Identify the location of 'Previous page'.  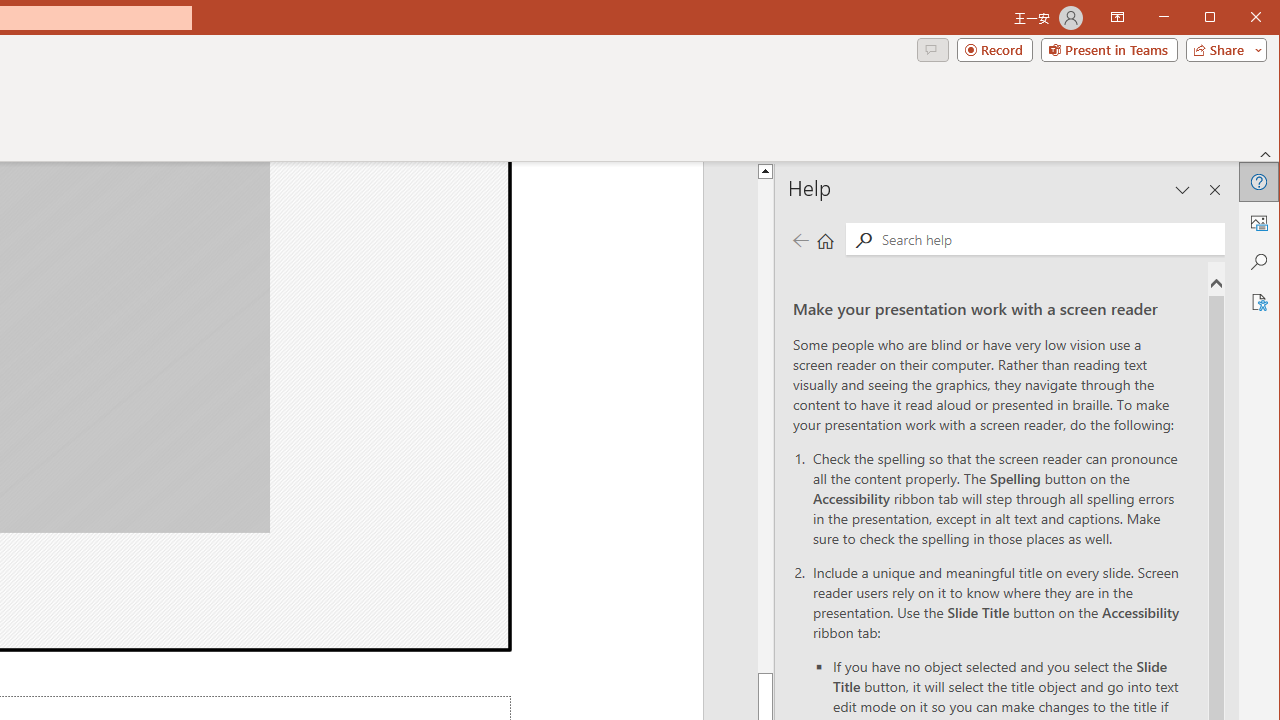
(800, 239).